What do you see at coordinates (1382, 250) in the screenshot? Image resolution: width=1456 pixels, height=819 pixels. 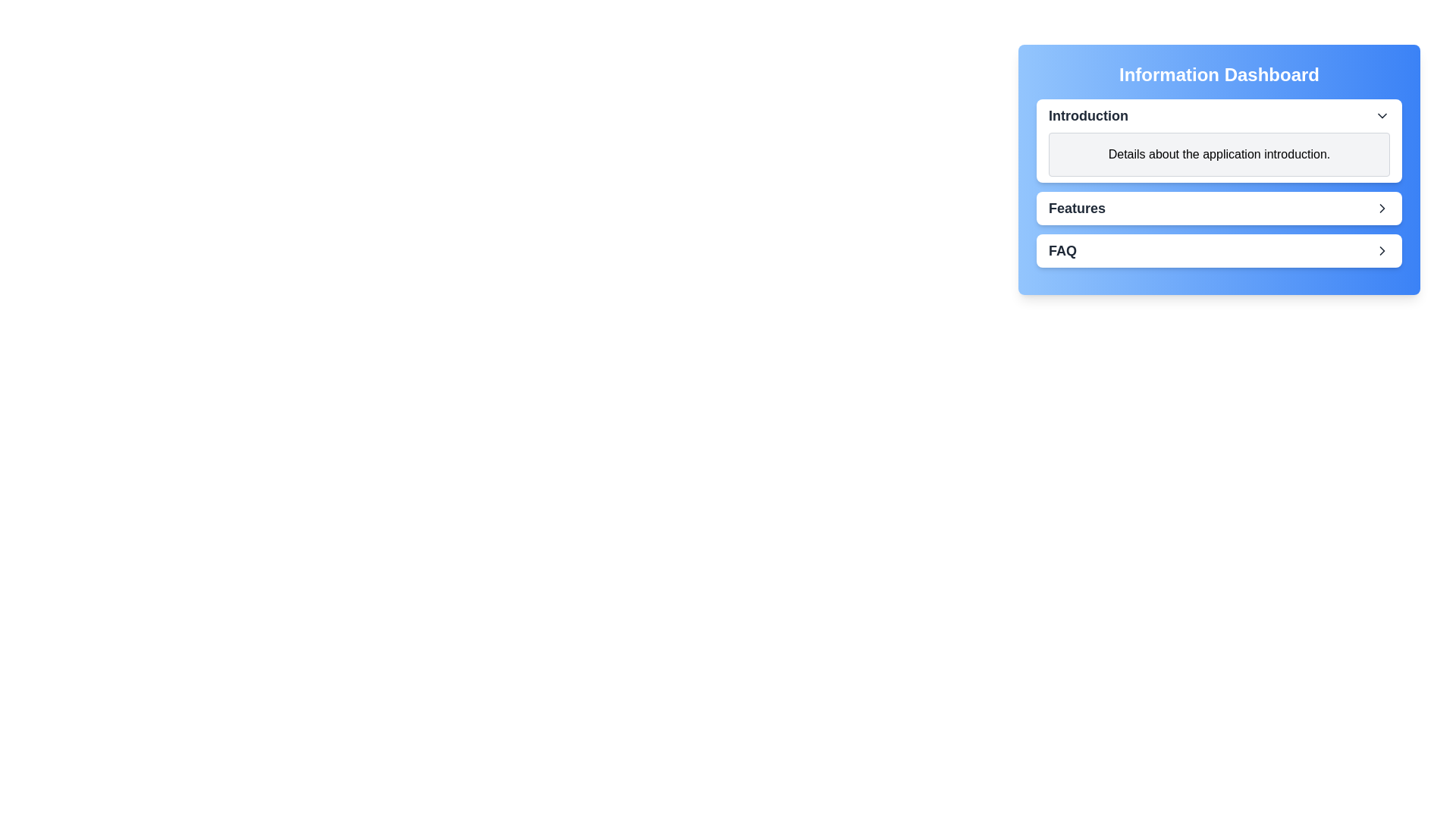 I see `the right-pointing chevron arrow icon located below the 'FAQ' label` at bounding box center [1382, 250].